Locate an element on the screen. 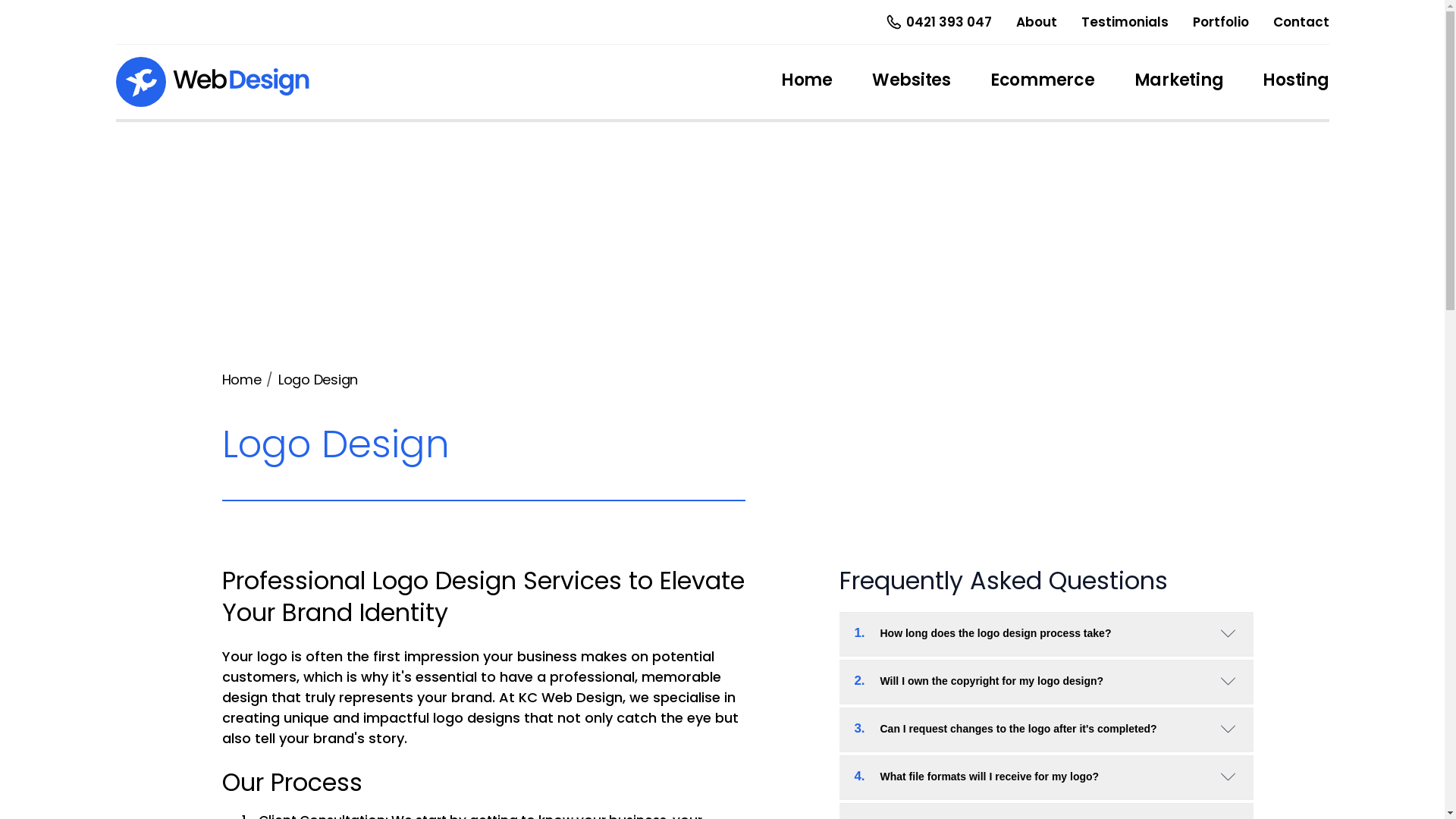 The height and width of the screenshot is (819, 1456). 'Portfolio' is located at coordinates (1219, 21).